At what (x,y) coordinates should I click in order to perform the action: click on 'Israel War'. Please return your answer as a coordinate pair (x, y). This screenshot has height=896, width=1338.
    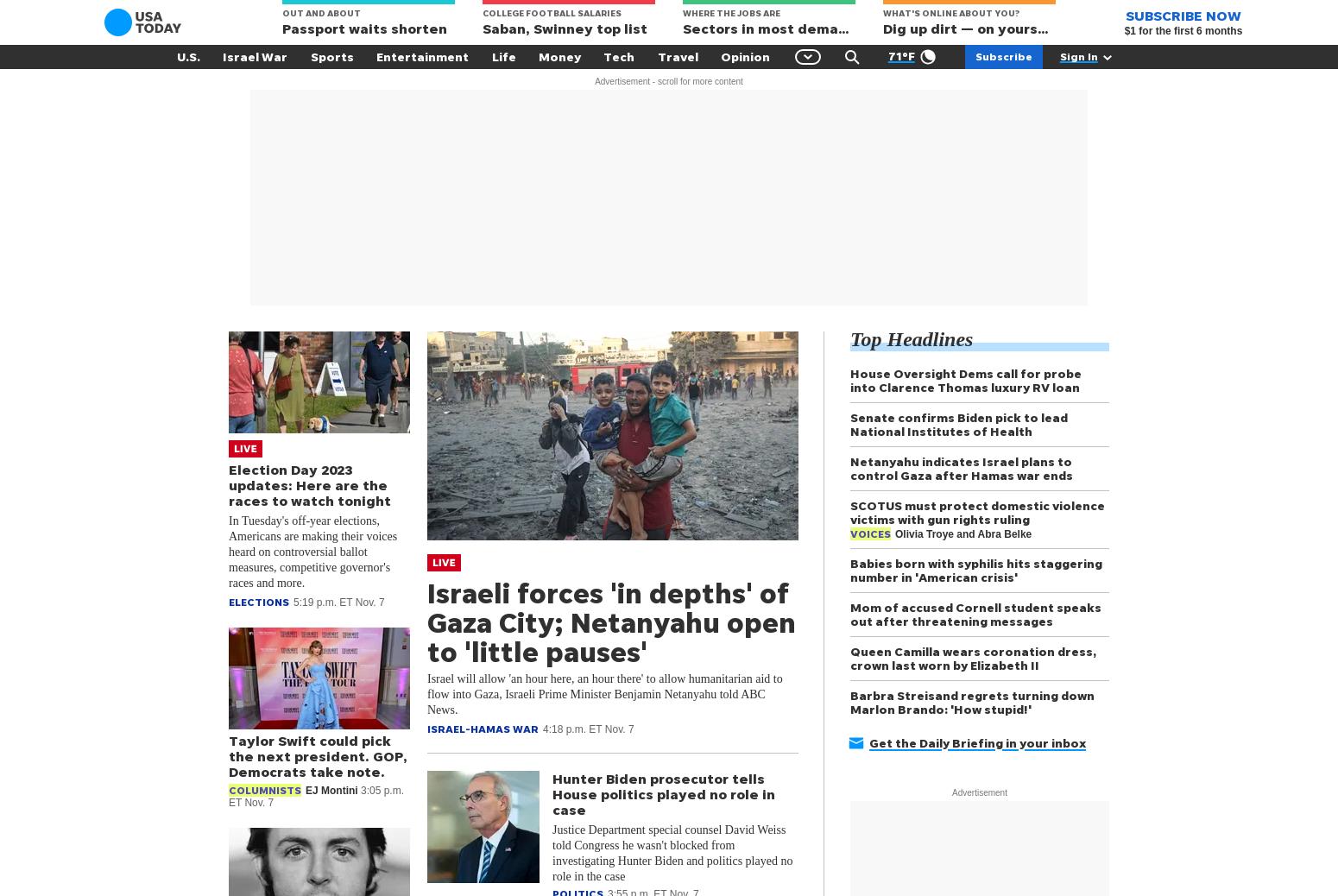
    Looking at the image, I should click on (255, 55).